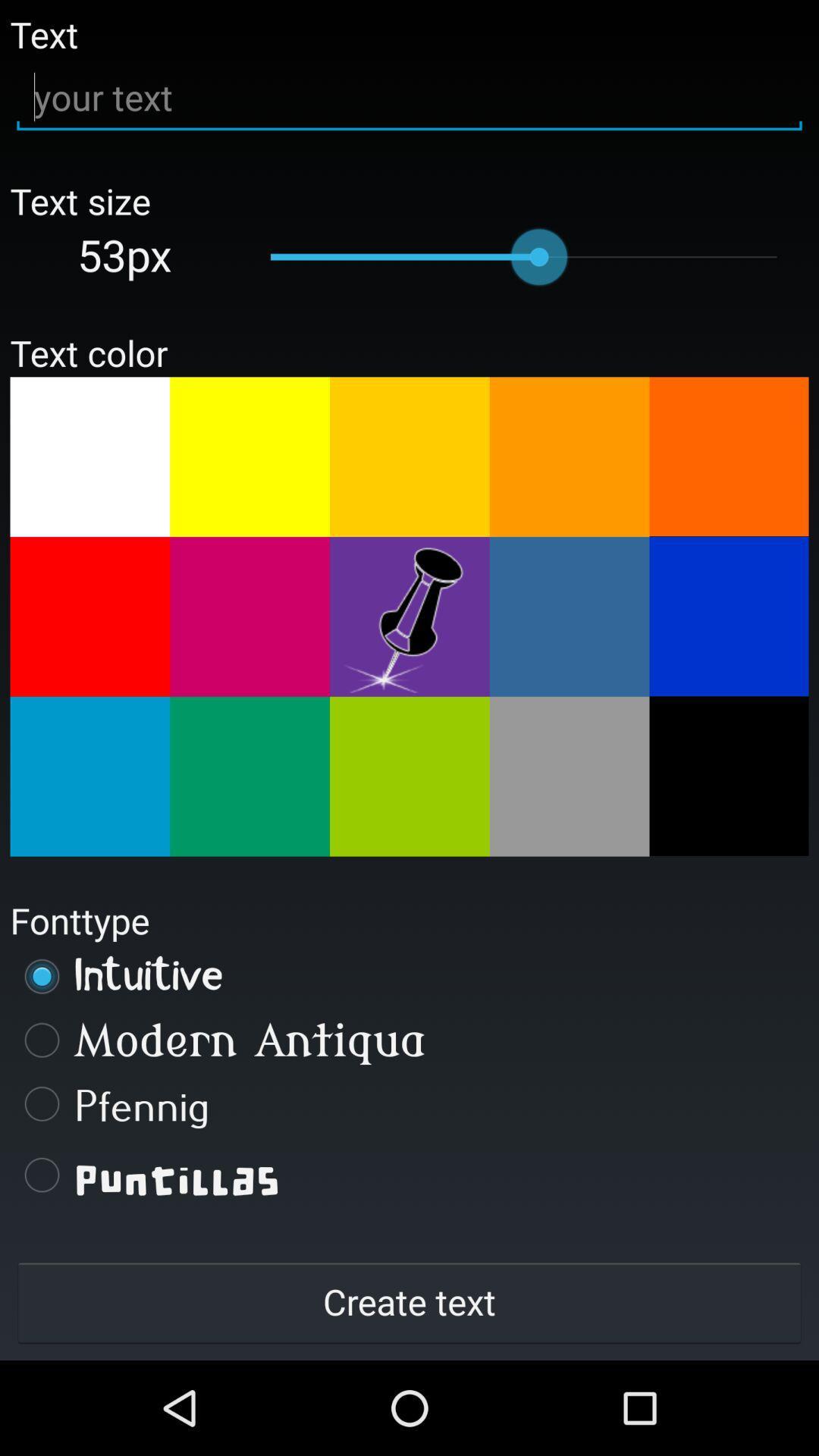  I want to click on blue color, so click(728, 616).